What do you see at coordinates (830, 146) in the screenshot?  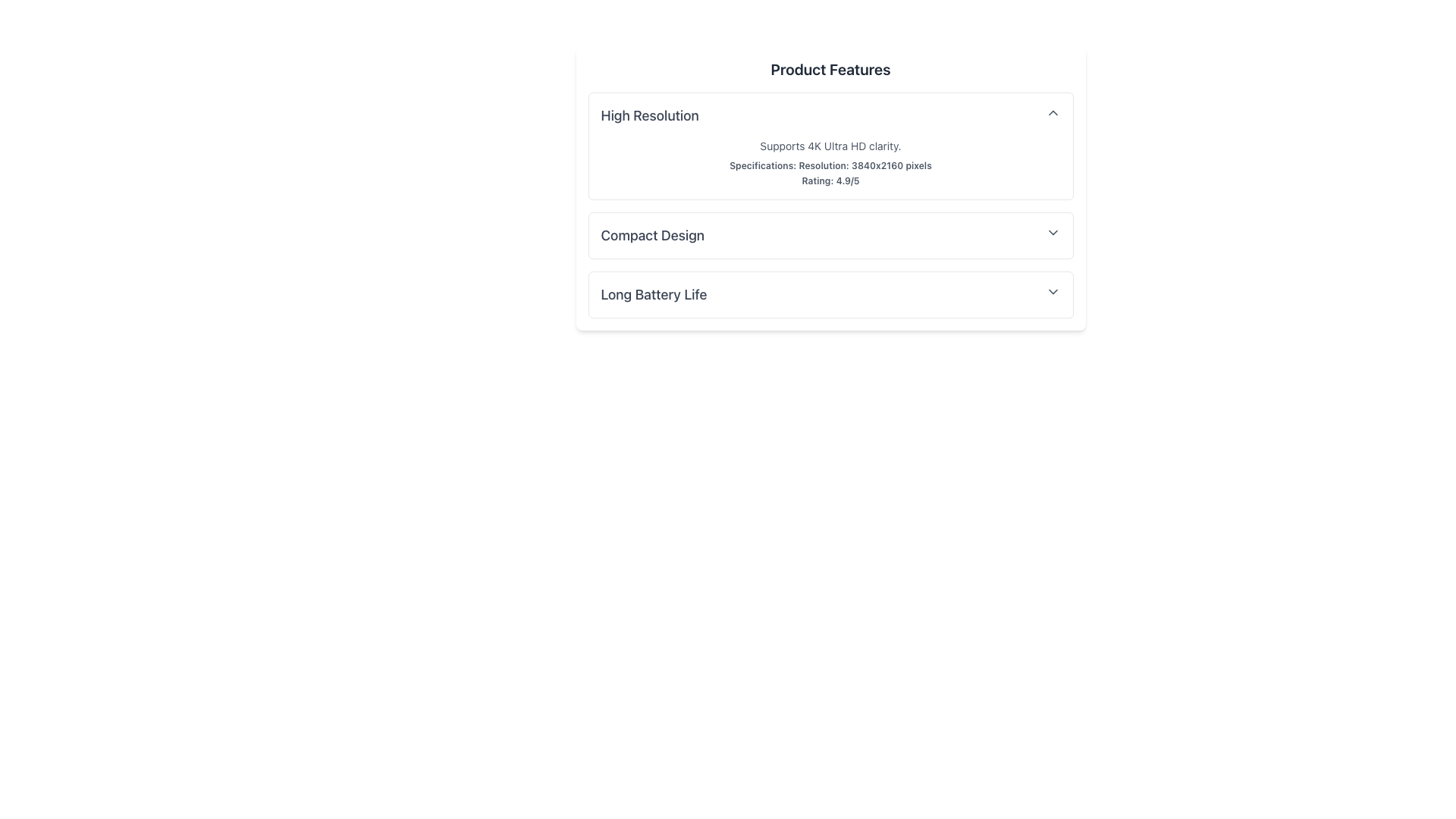 I see `the first collapsible section under the 'Product Features' header that provides information about the 'High Resolution' feature for potential highlights` at bounding box center [830, 146].